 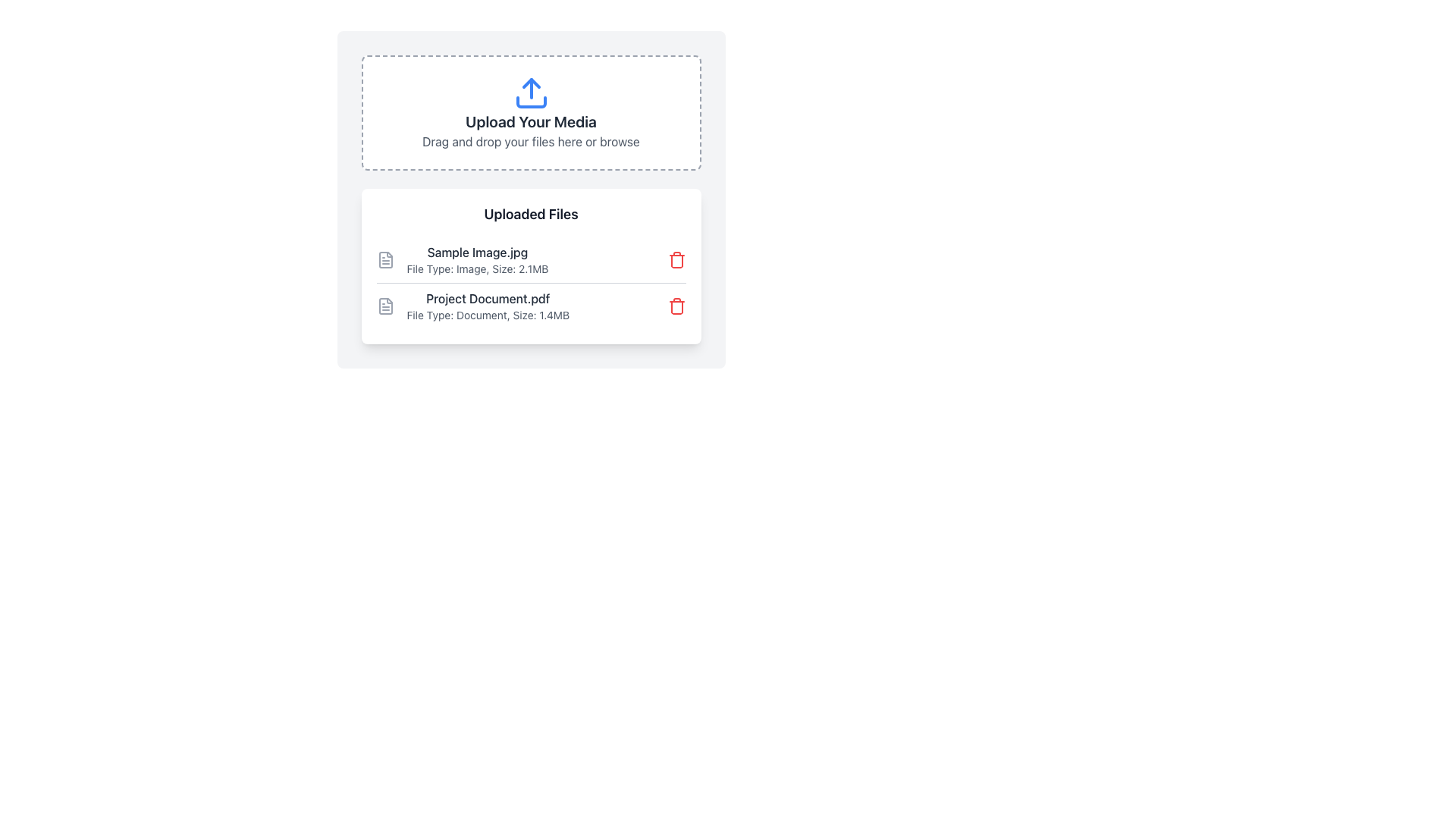 I want to click on the upward-pointing blue arrow icon within the dashed-border rectangular area labeled 'Upload Your Media', so click(x=531, y=93).